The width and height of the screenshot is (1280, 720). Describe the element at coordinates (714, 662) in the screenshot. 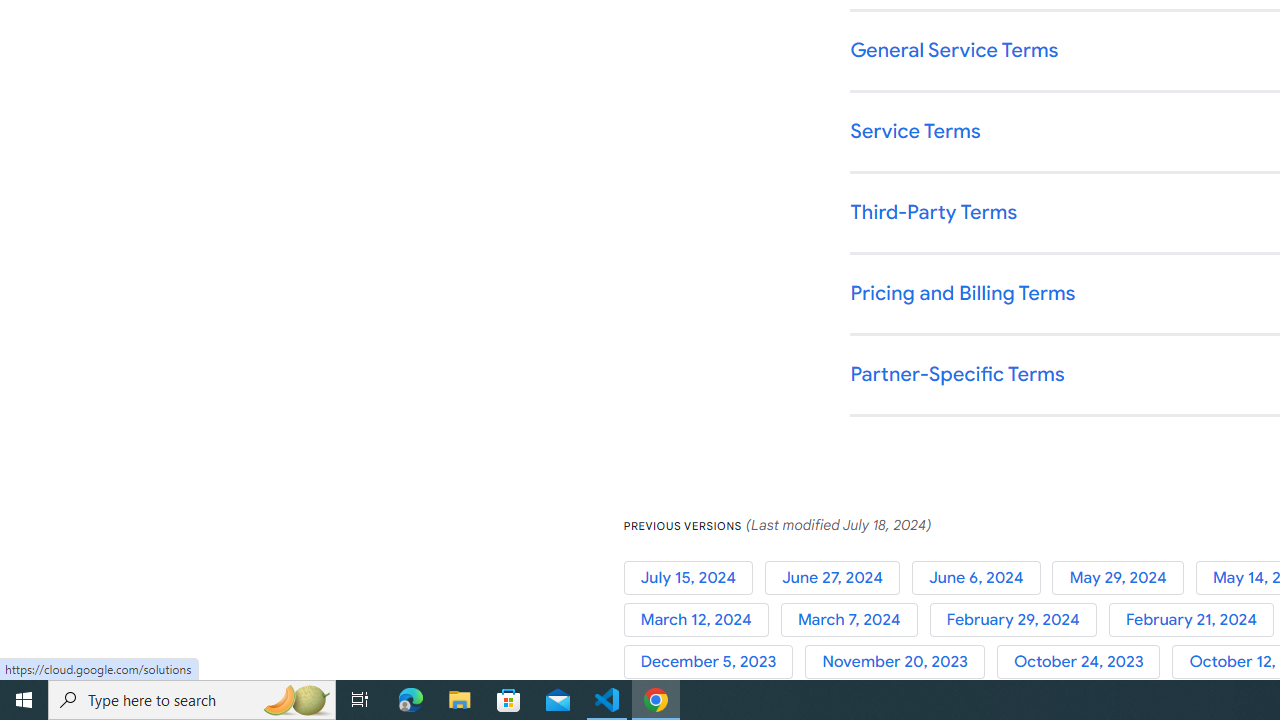

I see `'December 5, 2023'` at that location.